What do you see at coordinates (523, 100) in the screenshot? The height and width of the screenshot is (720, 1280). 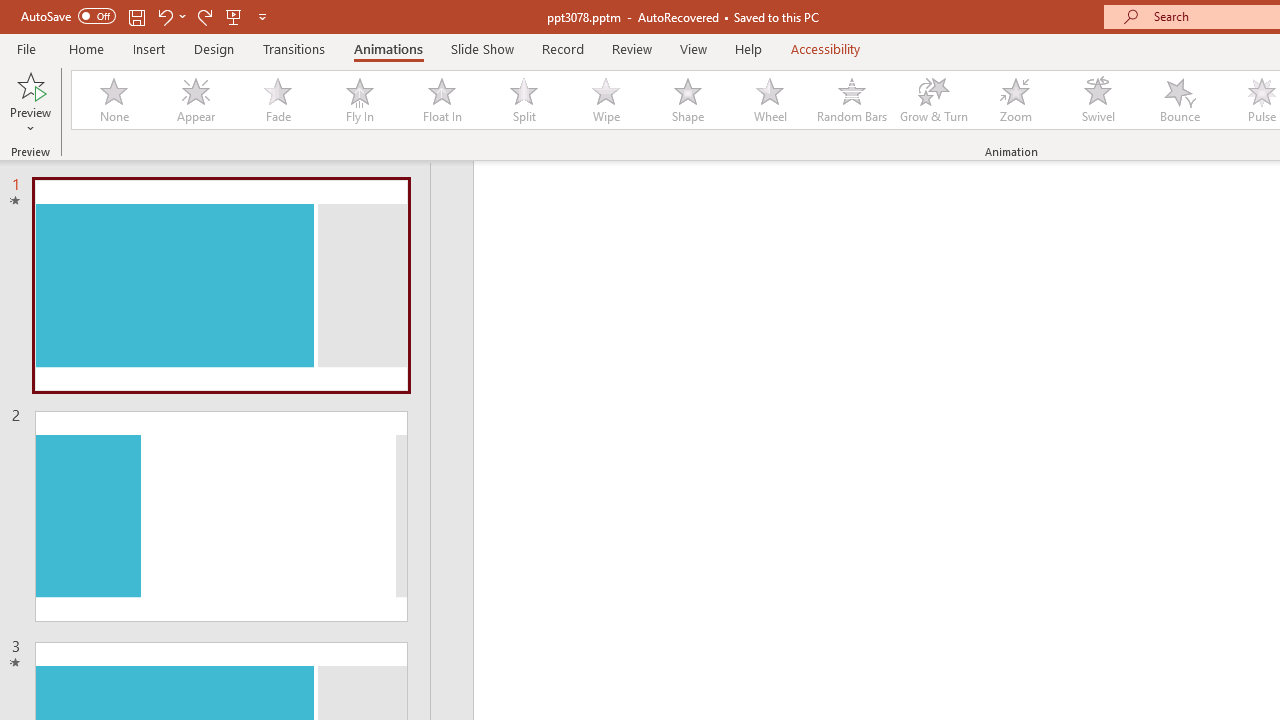 I see `'Split'` at bounding box center [523, 100].